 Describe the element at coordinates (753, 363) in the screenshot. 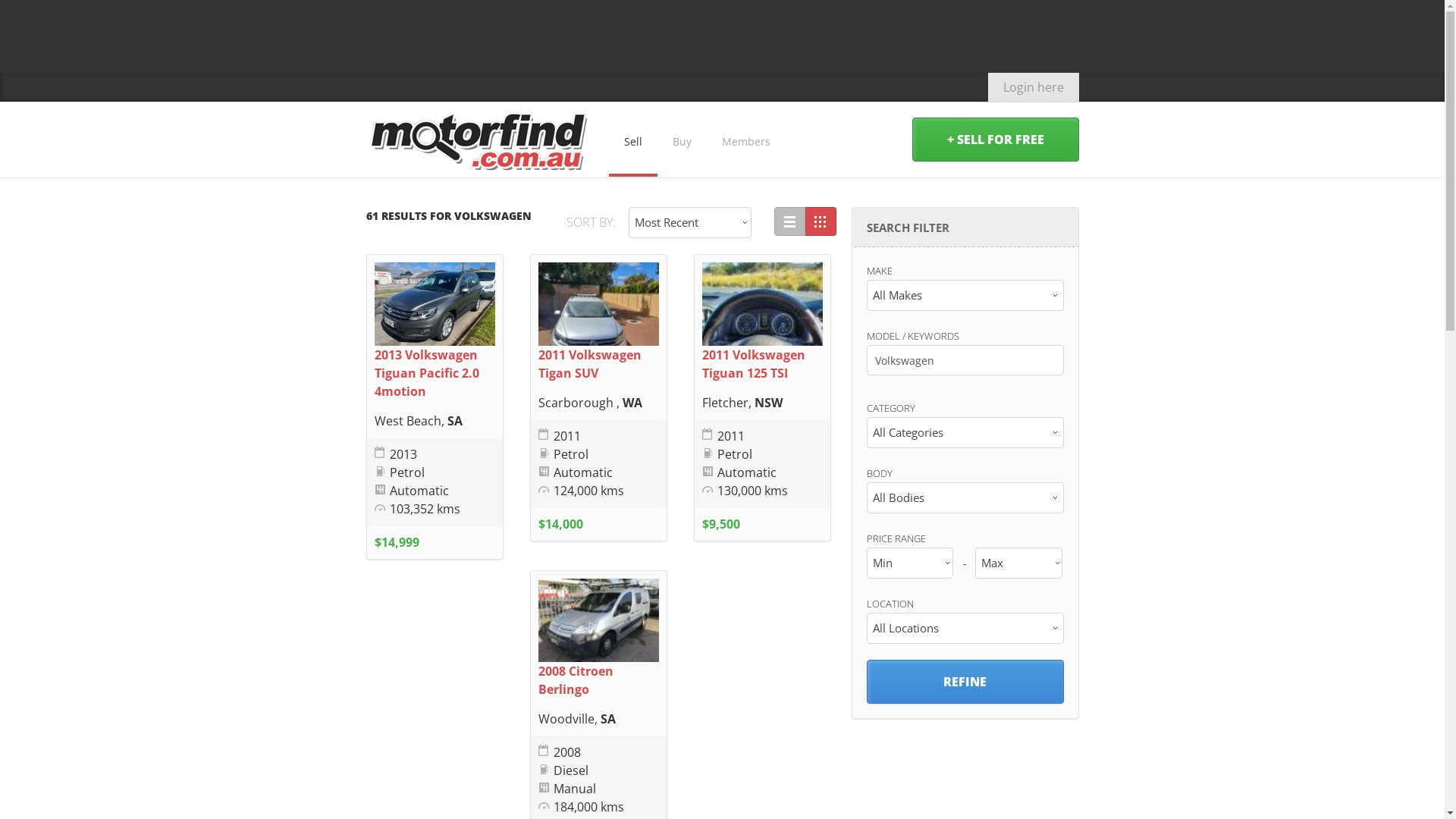

I see `'2011 Volkswagen Tiguan 125 TSI'` at that location.